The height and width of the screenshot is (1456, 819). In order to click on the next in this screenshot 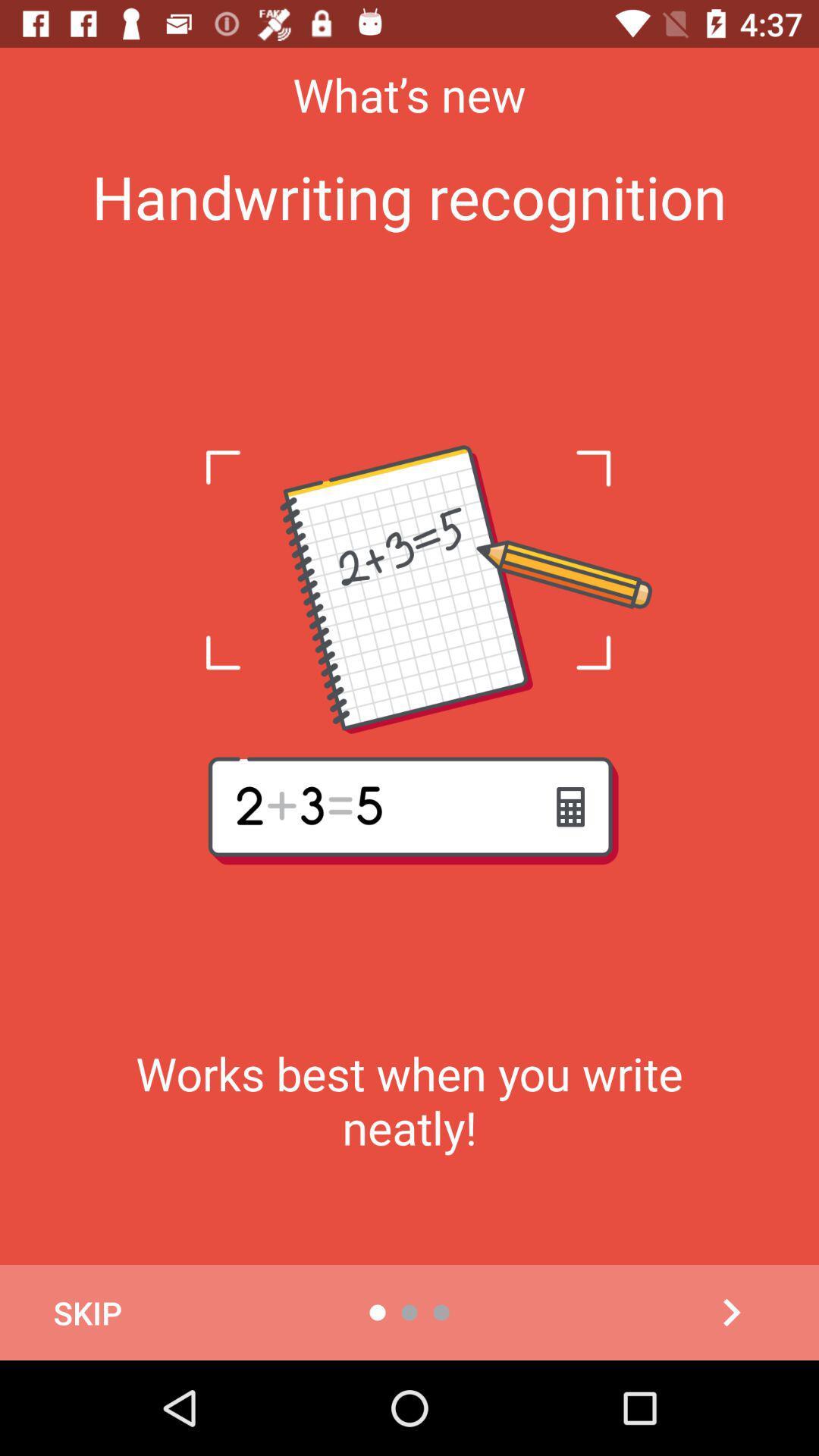, I will do `click(730, 1312)`.